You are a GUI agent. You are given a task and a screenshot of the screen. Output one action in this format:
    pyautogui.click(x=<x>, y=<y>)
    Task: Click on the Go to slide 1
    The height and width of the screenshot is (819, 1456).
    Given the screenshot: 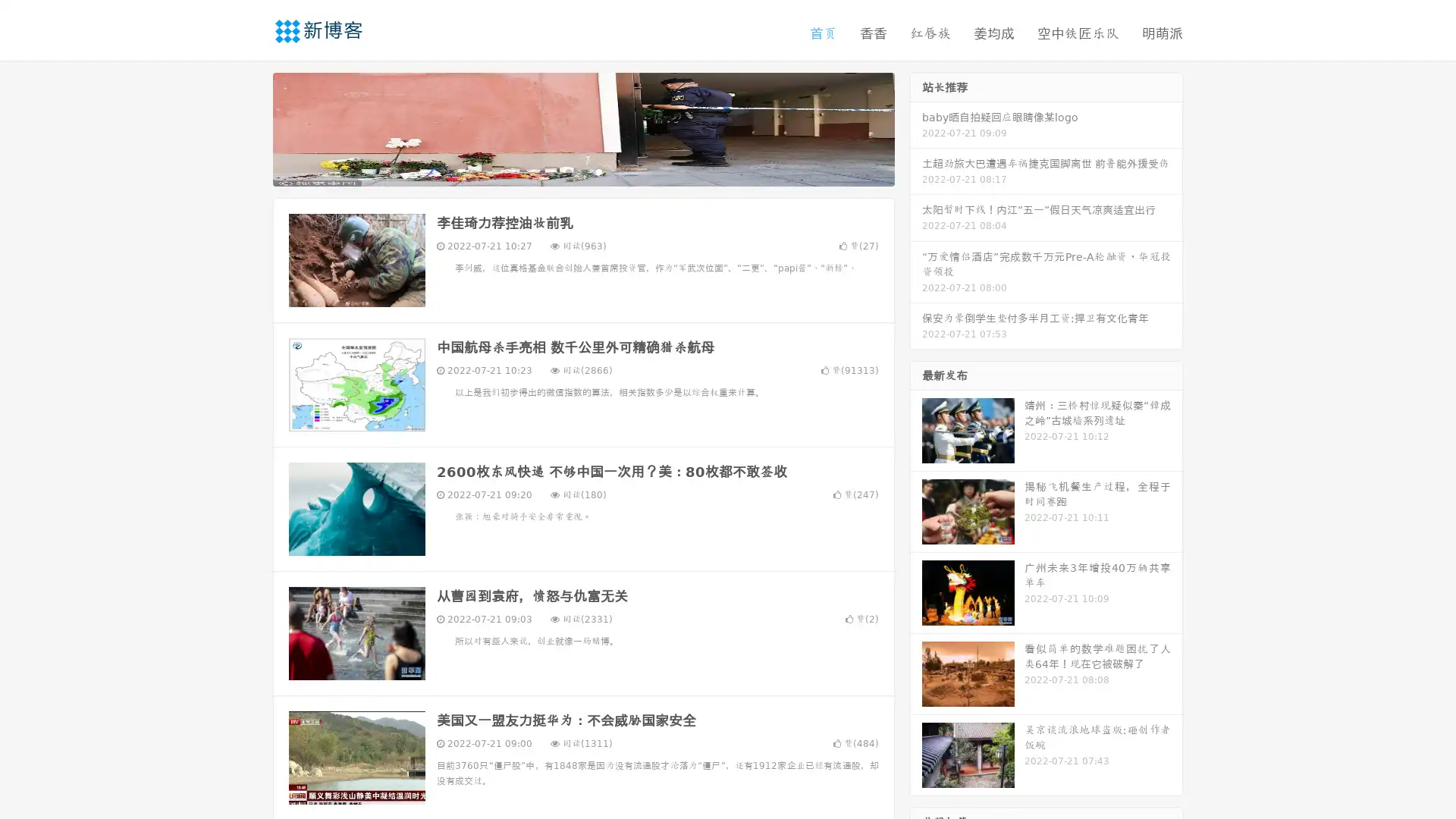 What is the action you would take?
    pyautogui.click(x=567, y=171)
    